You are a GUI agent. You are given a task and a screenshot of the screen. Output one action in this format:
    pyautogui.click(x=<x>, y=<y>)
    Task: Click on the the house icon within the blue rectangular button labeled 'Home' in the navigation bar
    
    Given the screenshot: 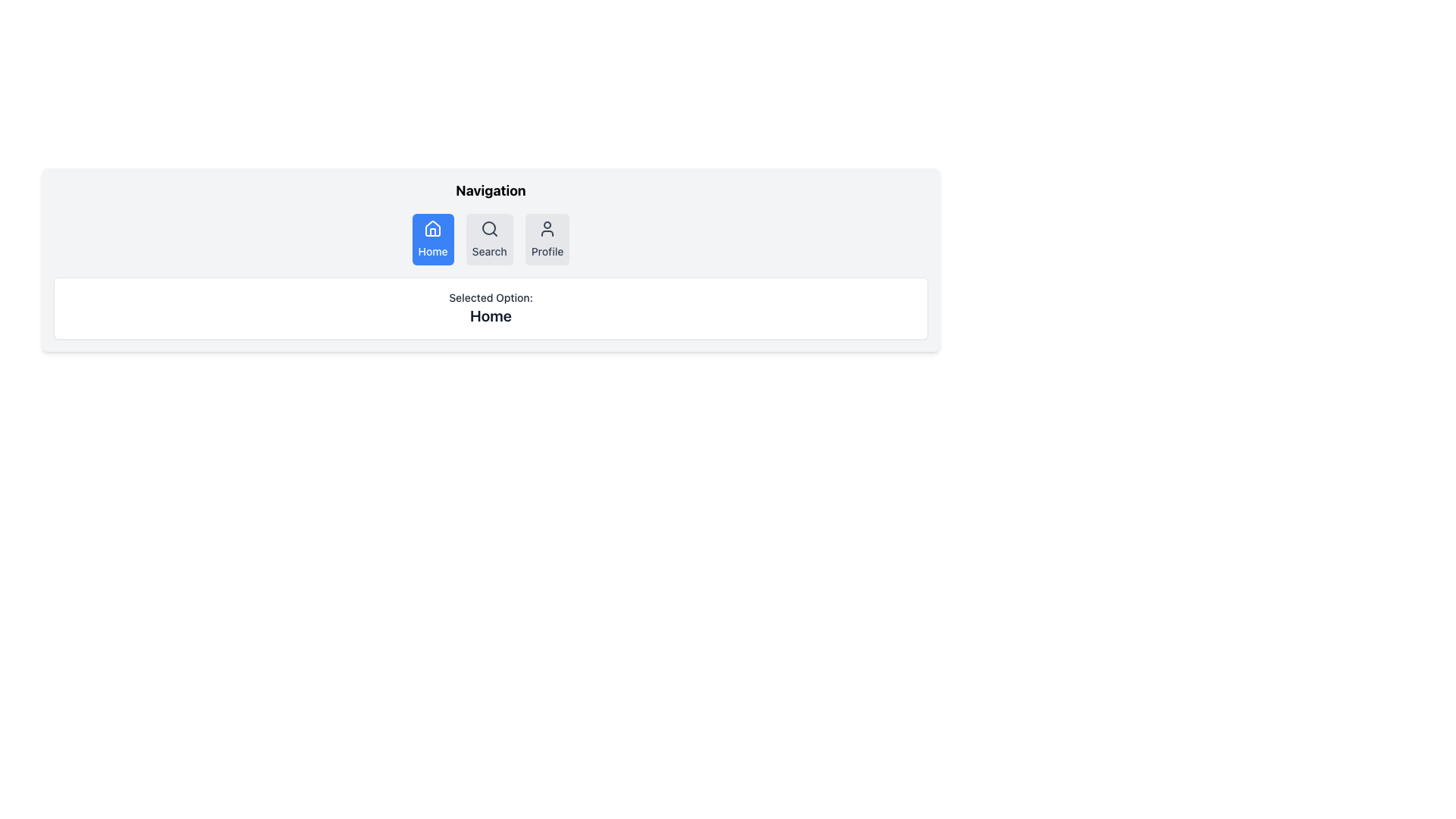 What is the action you would take?
    pyautogui.click(x=432, y=228)
    